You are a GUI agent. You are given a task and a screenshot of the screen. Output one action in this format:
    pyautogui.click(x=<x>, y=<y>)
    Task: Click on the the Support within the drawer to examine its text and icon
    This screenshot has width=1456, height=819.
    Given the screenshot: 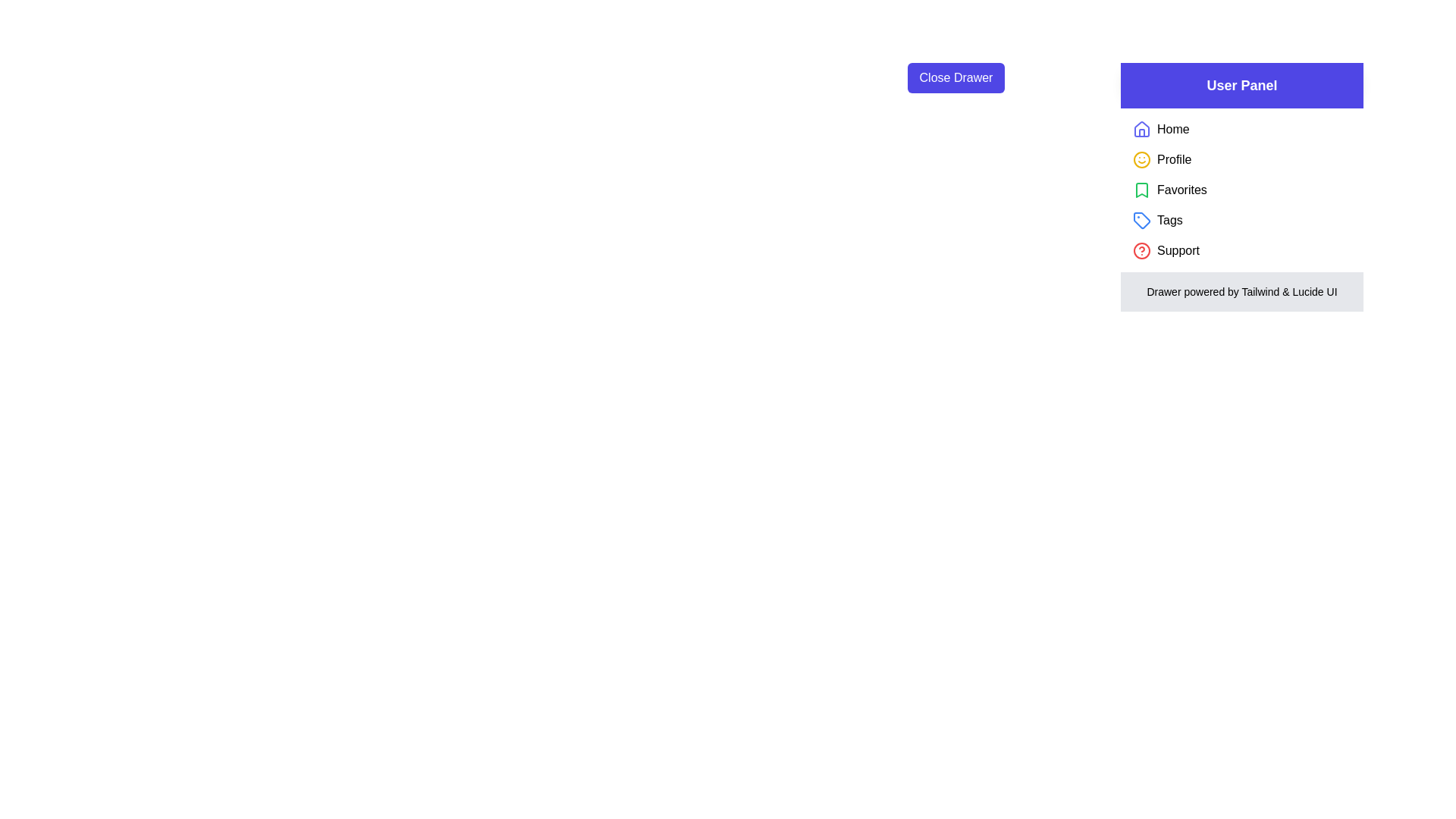 What is the action you would take?
    pyautogui.click(x=1142, y=250)
    